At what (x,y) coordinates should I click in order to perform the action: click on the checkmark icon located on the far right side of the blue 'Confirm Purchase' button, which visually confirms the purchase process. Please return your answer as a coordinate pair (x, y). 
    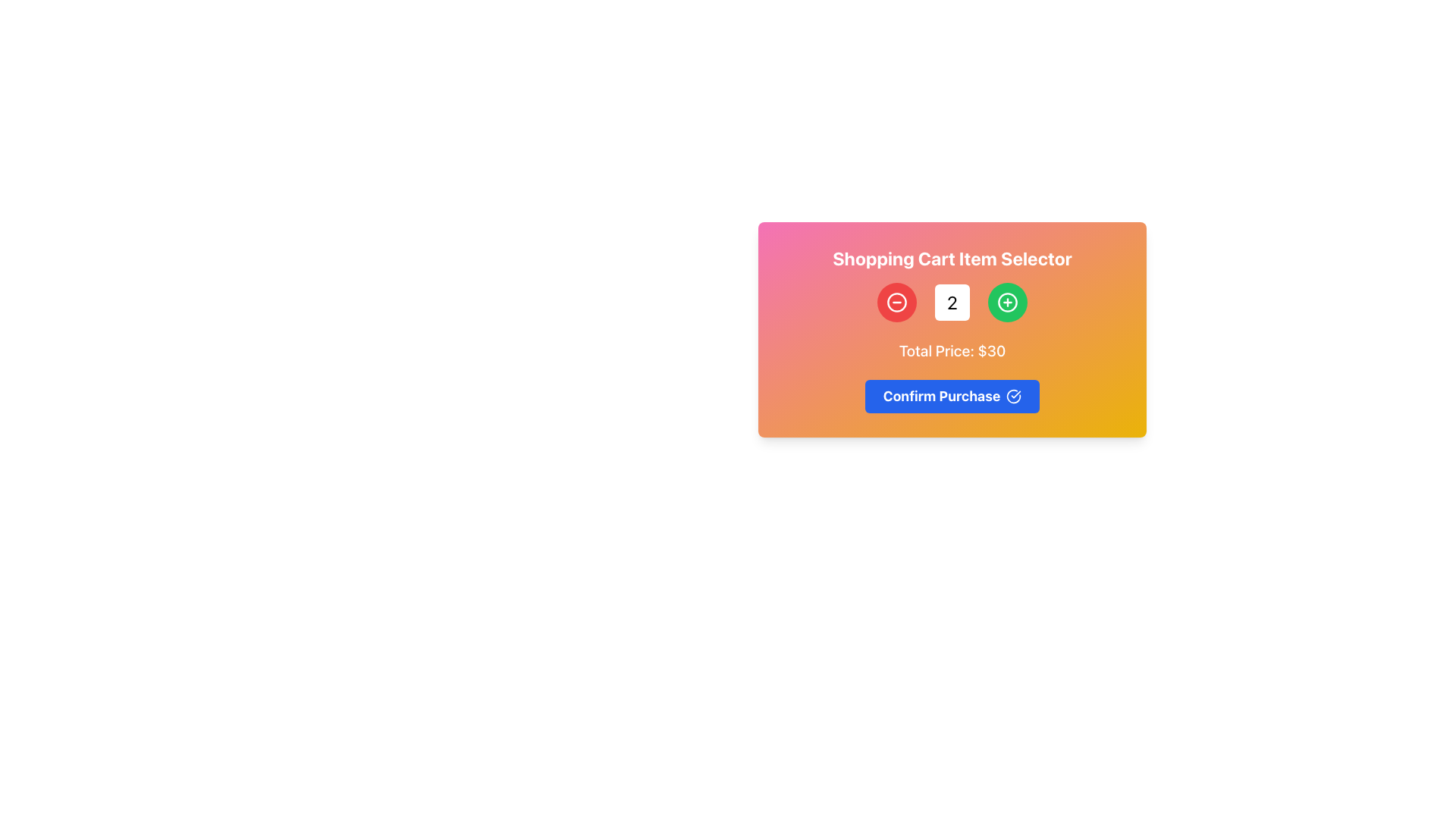
    Looking at the image, I should click on (1014, 396).